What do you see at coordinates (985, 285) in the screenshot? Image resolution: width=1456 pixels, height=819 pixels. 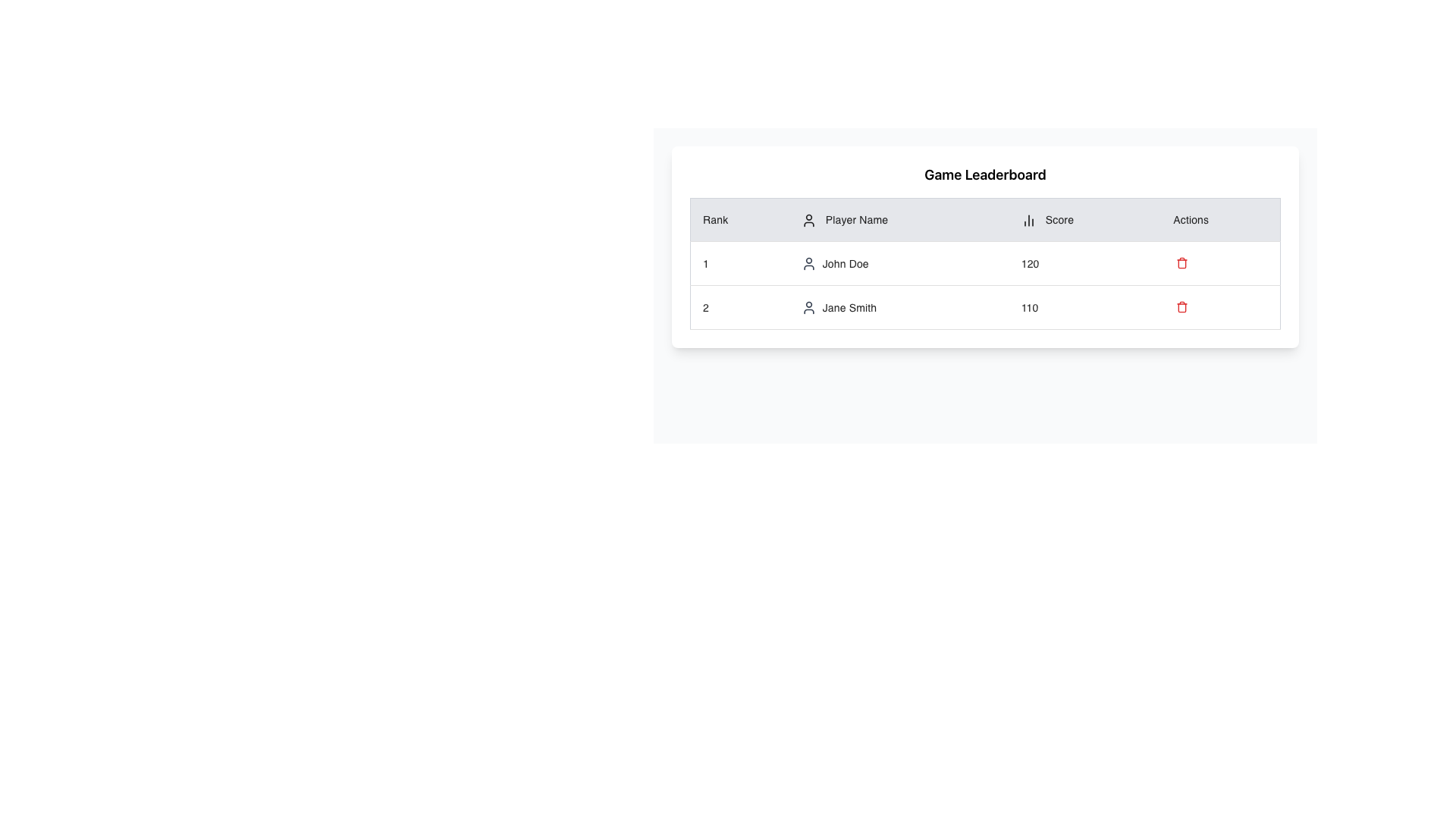 I see `the first row of the leaderboard table` at bounding box center [985, 285].